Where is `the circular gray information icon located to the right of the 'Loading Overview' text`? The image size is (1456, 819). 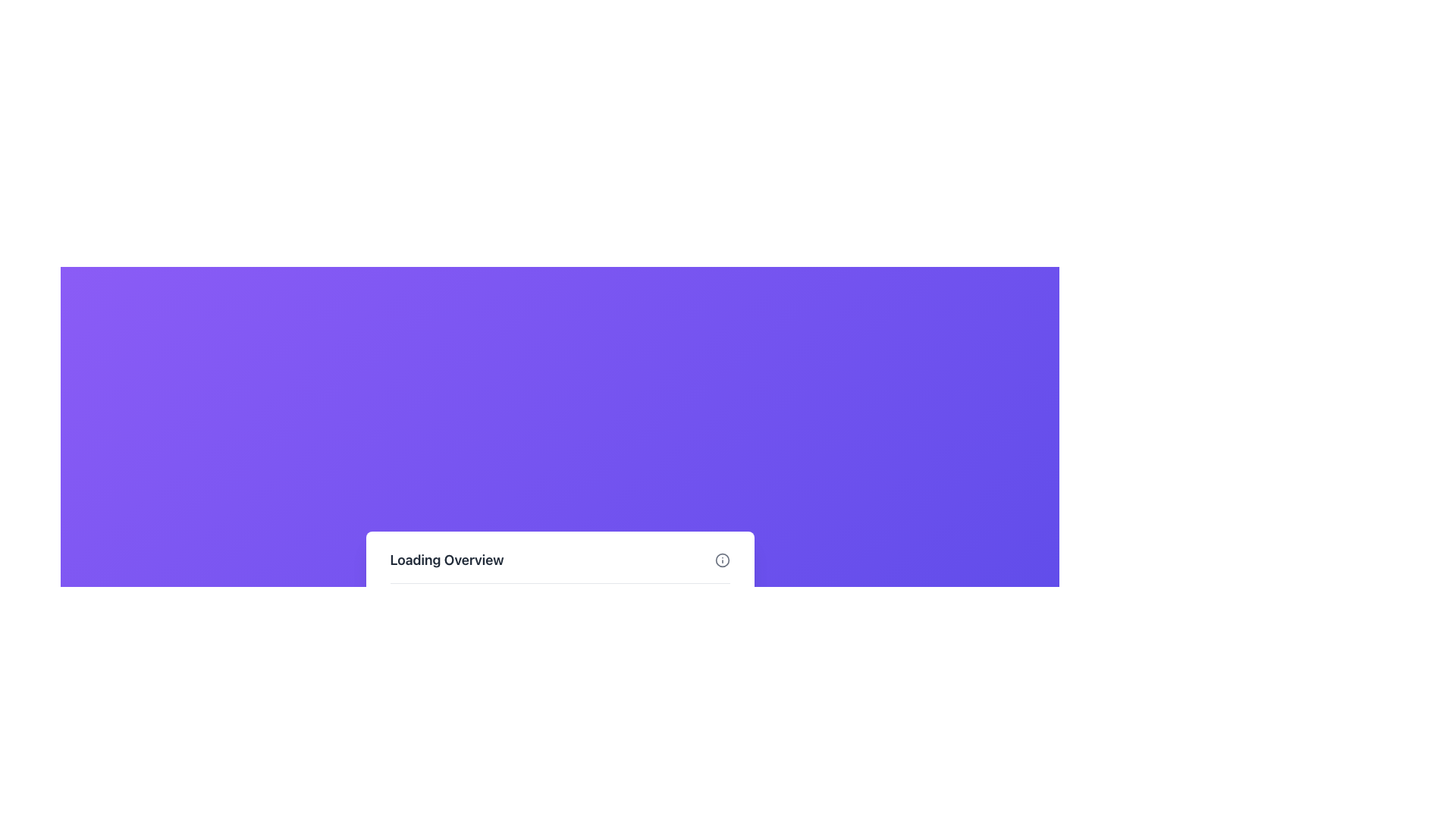 the circular gray information icon located to the right of the 'Loading Overview' text is located at coordinates (721, 560).